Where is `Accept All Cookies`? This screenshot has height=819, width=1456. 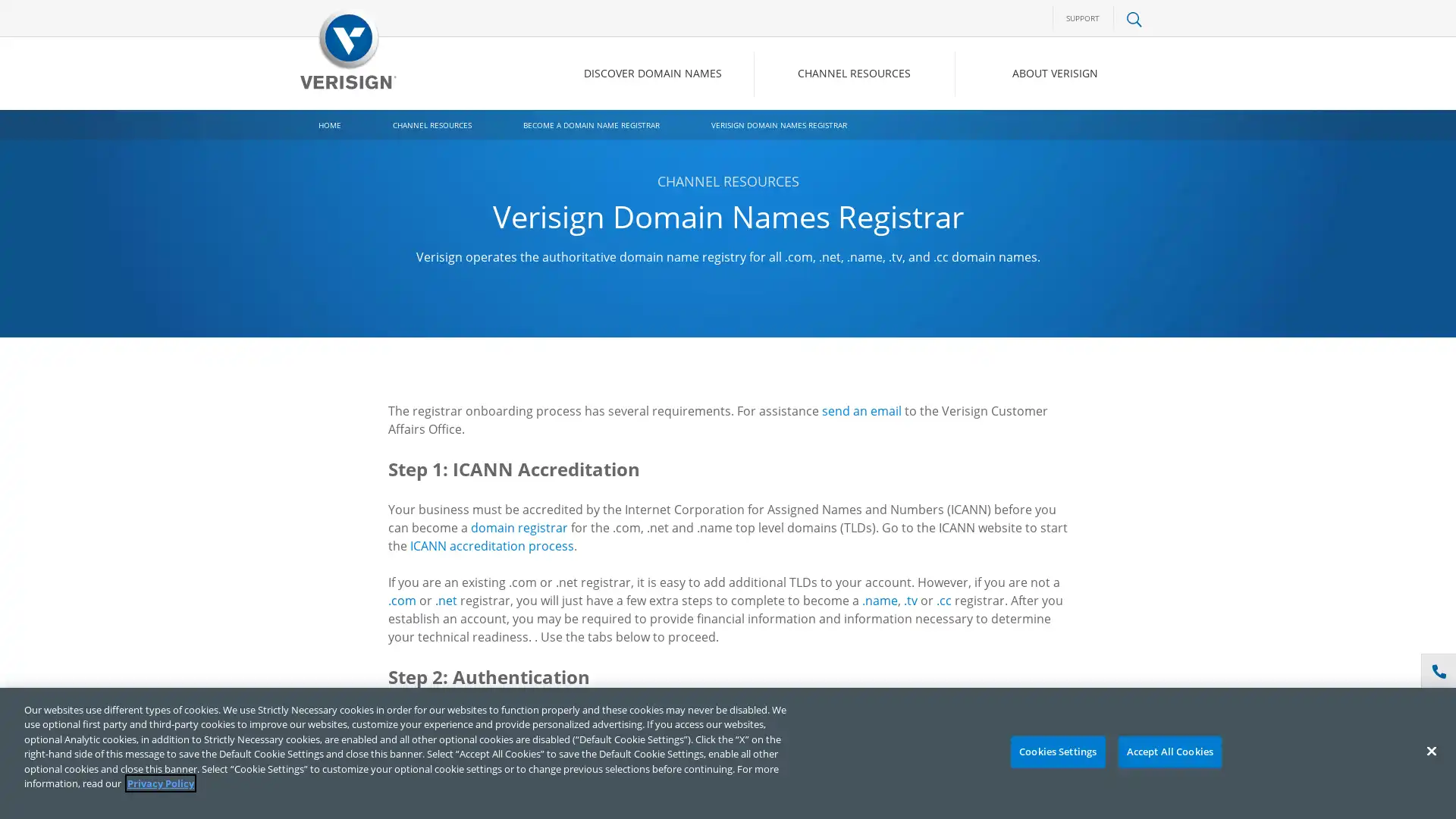 Accept All Cookies is located at coordinates (1169, 752).